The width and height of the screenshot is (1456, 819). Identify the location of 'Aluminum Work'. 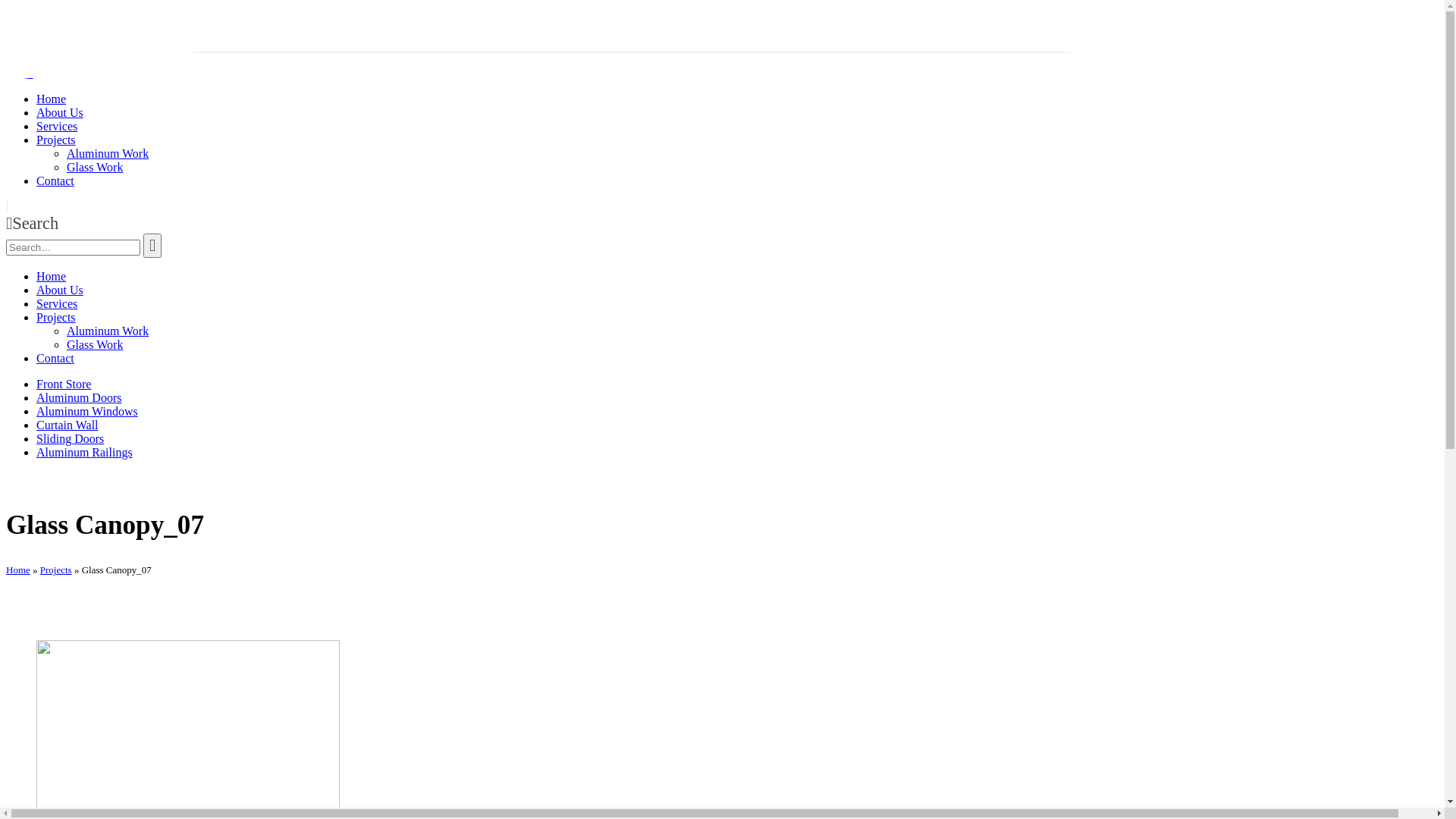
(107, 330).